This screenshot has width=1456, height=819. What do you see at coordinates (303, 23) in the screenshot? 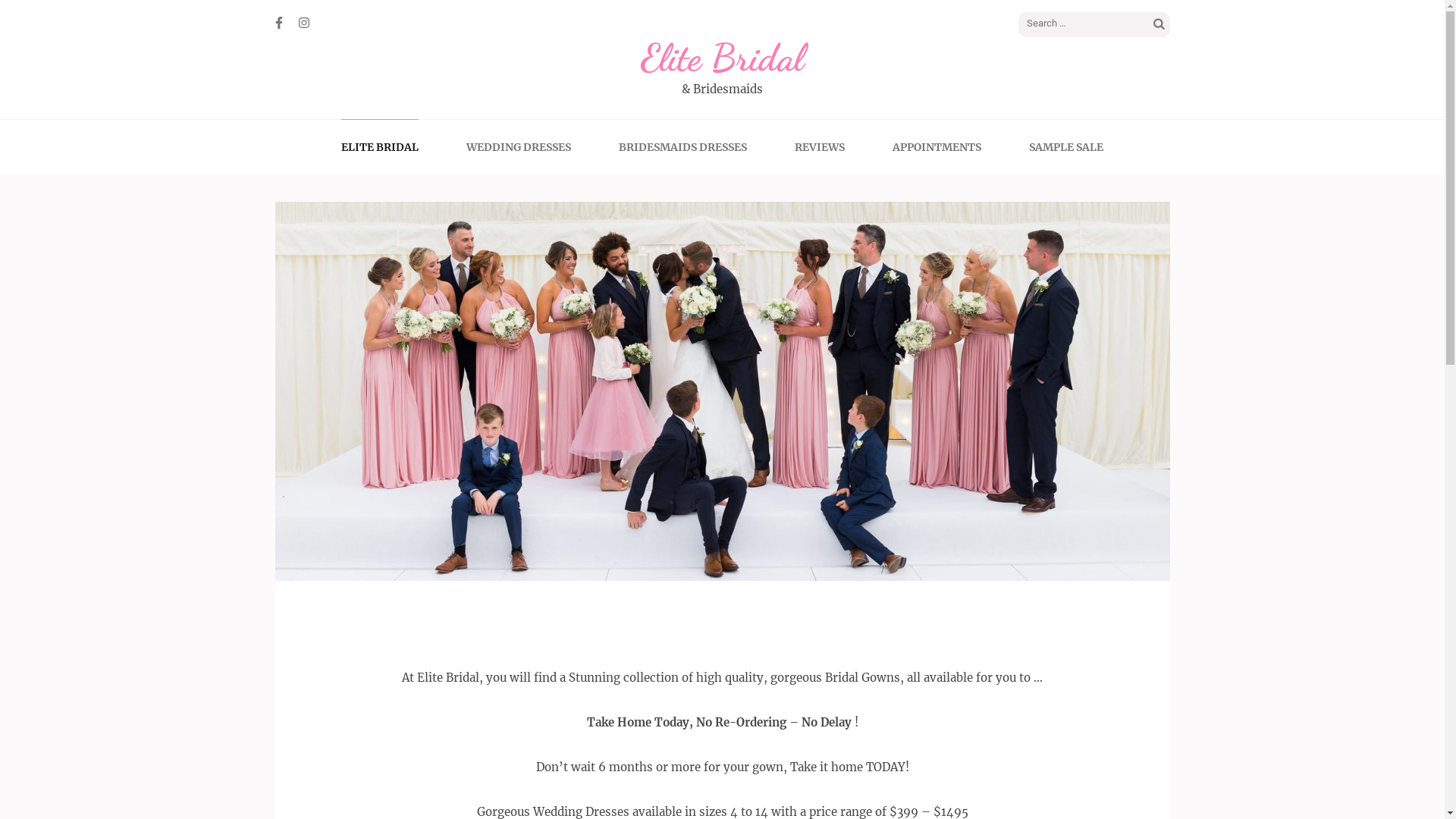
I see `'Instagram'` at bounding box center [303, 23].